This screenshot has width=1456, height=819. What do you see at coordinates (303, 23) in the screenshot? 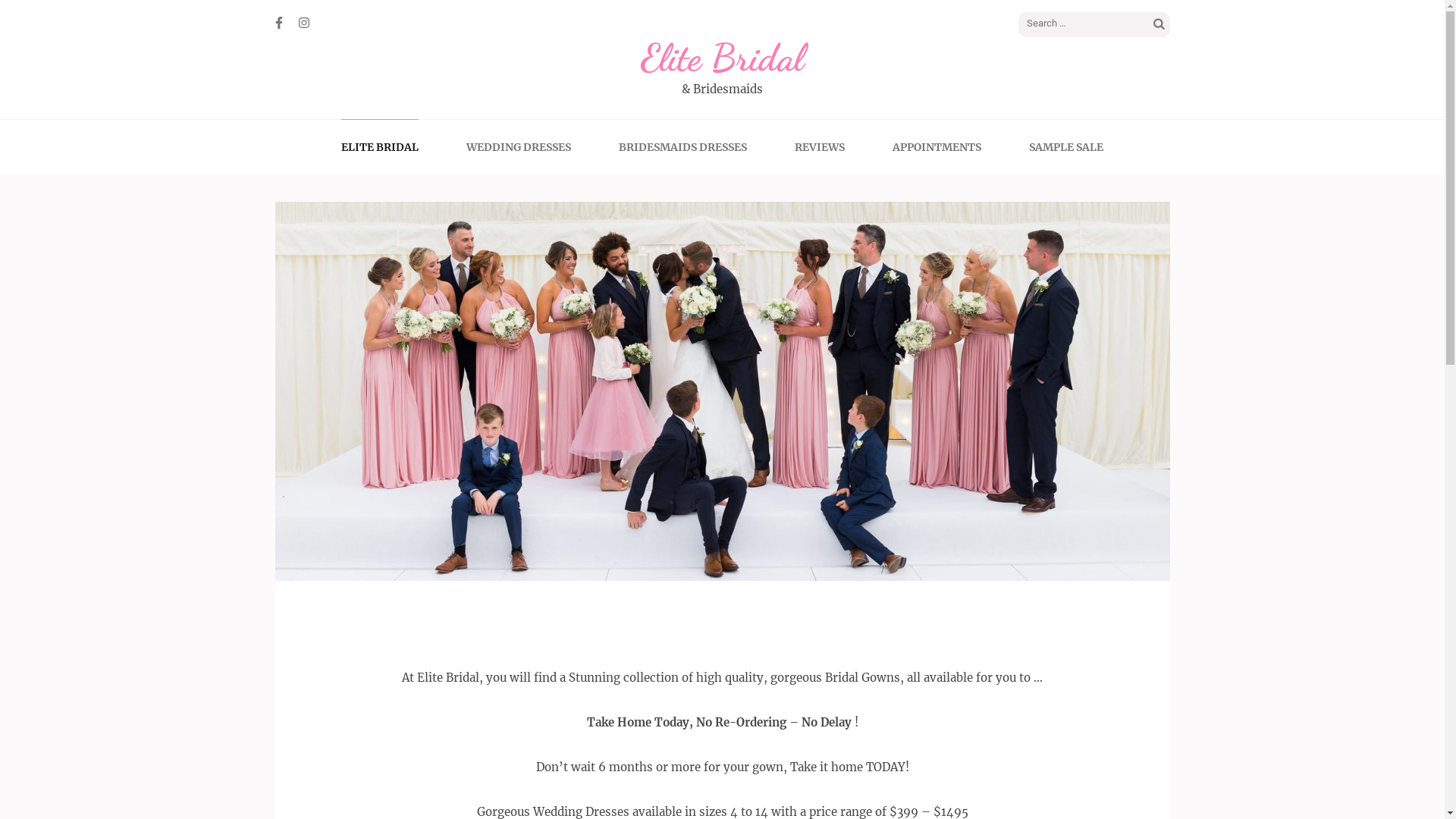
I see `'Instagram'` at bounding box center [303, 23].